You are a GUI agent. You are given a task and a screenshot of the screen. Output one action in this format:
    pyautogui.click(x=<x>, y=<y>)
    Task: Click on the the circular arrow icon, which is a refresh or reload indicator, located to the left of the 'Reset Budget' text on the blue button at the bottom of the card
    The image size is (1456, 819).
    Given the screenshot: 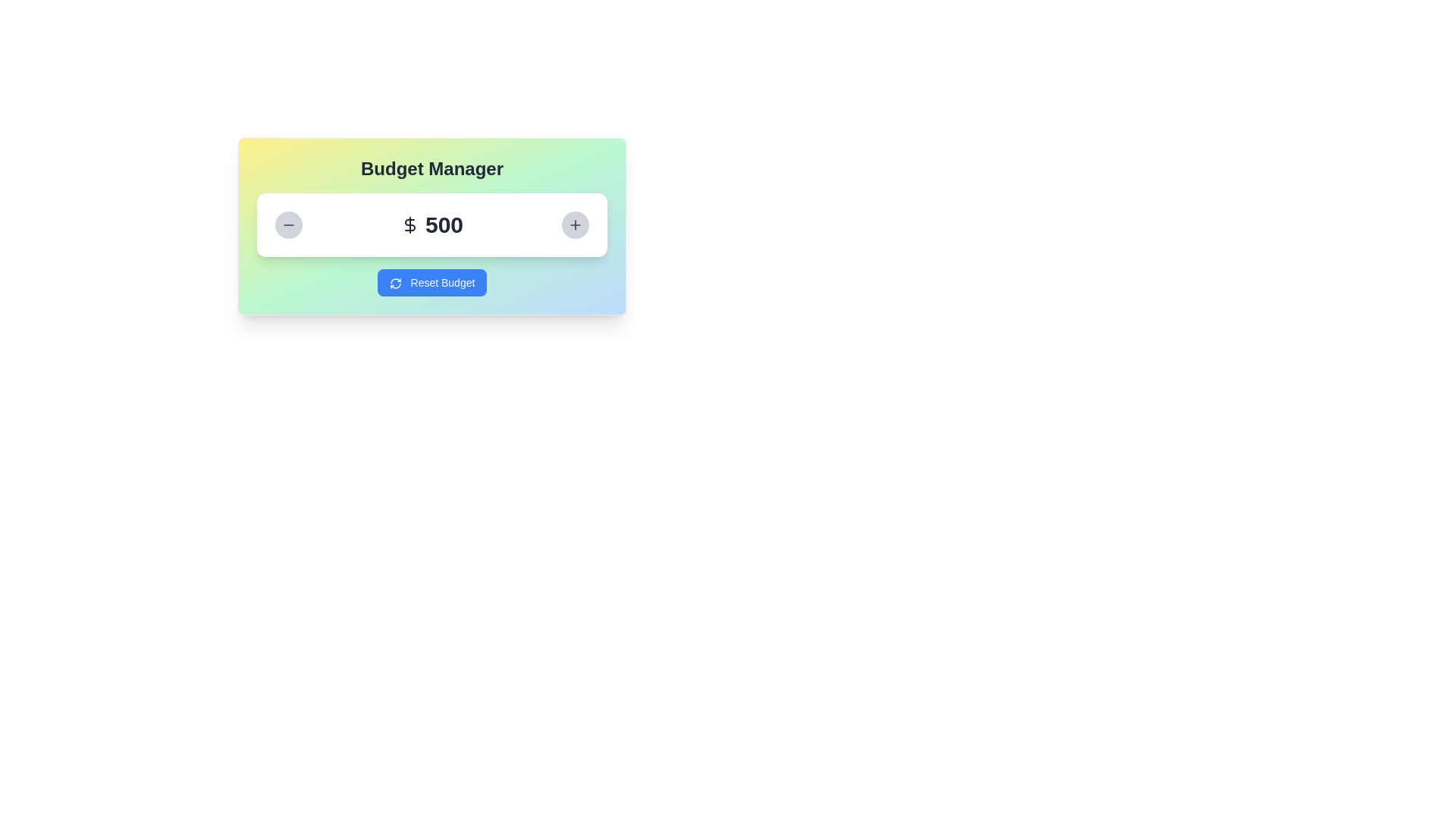 What is the action you would take?
    pyautogui.click(x=395, y=284)
    